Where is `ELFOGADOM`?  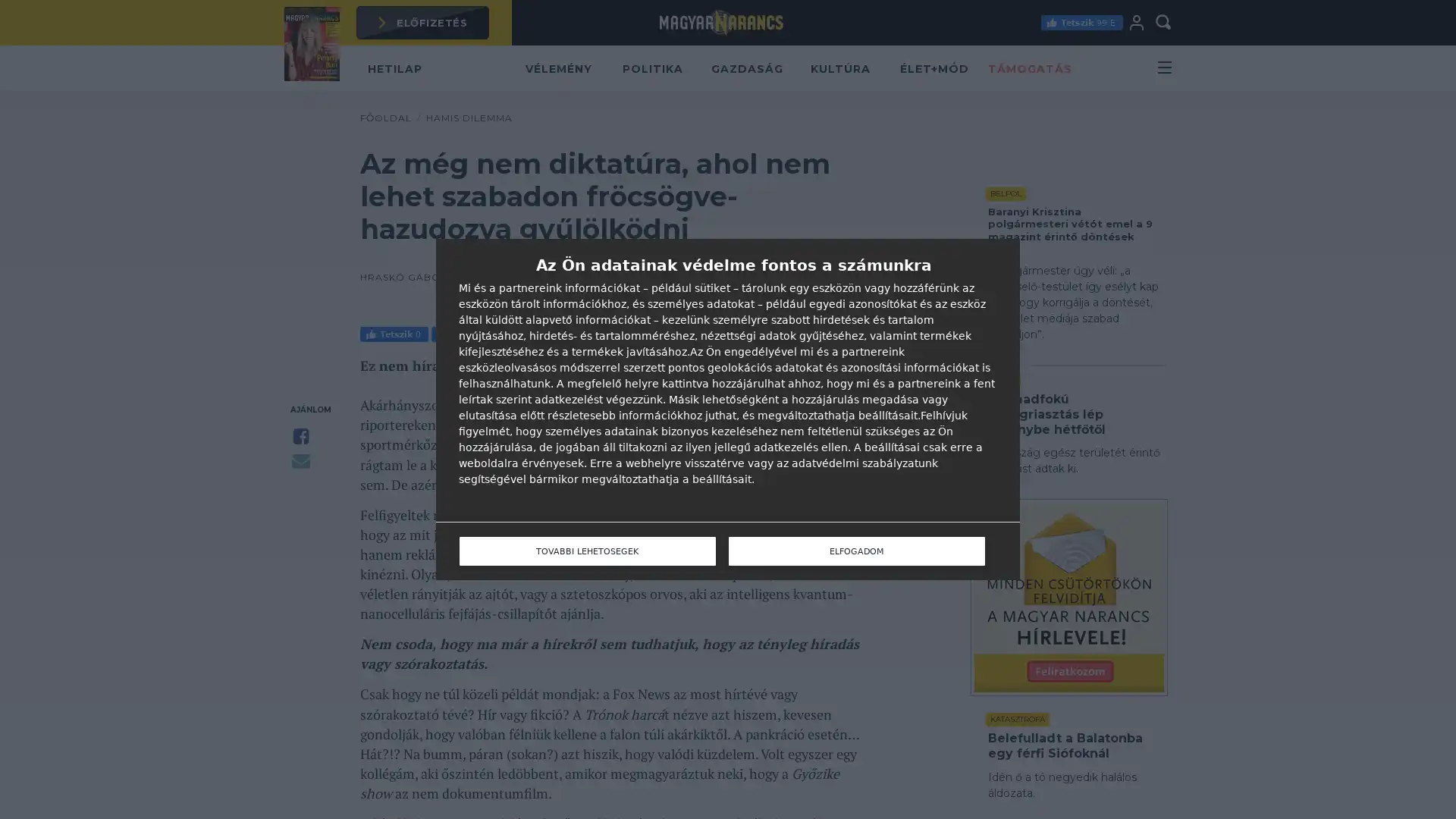 ELFOGADOM is located at coordinates (856, 551).